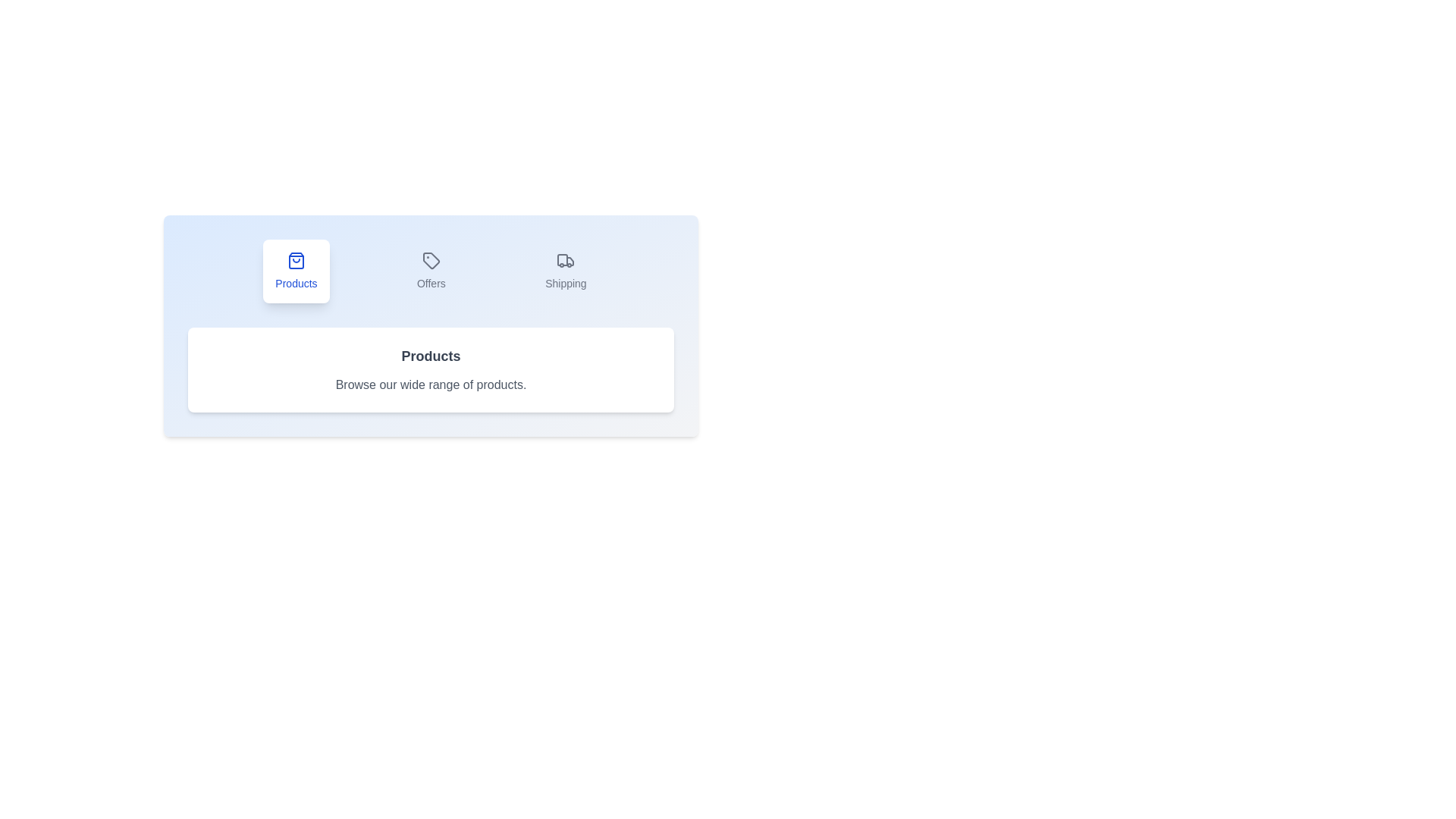 The height and width of the screenshot is (819, 1456). What do you see at coordinates (565, 271) in the screenshot?
I see `the Shipping tab` at bounding box center [565, 271].